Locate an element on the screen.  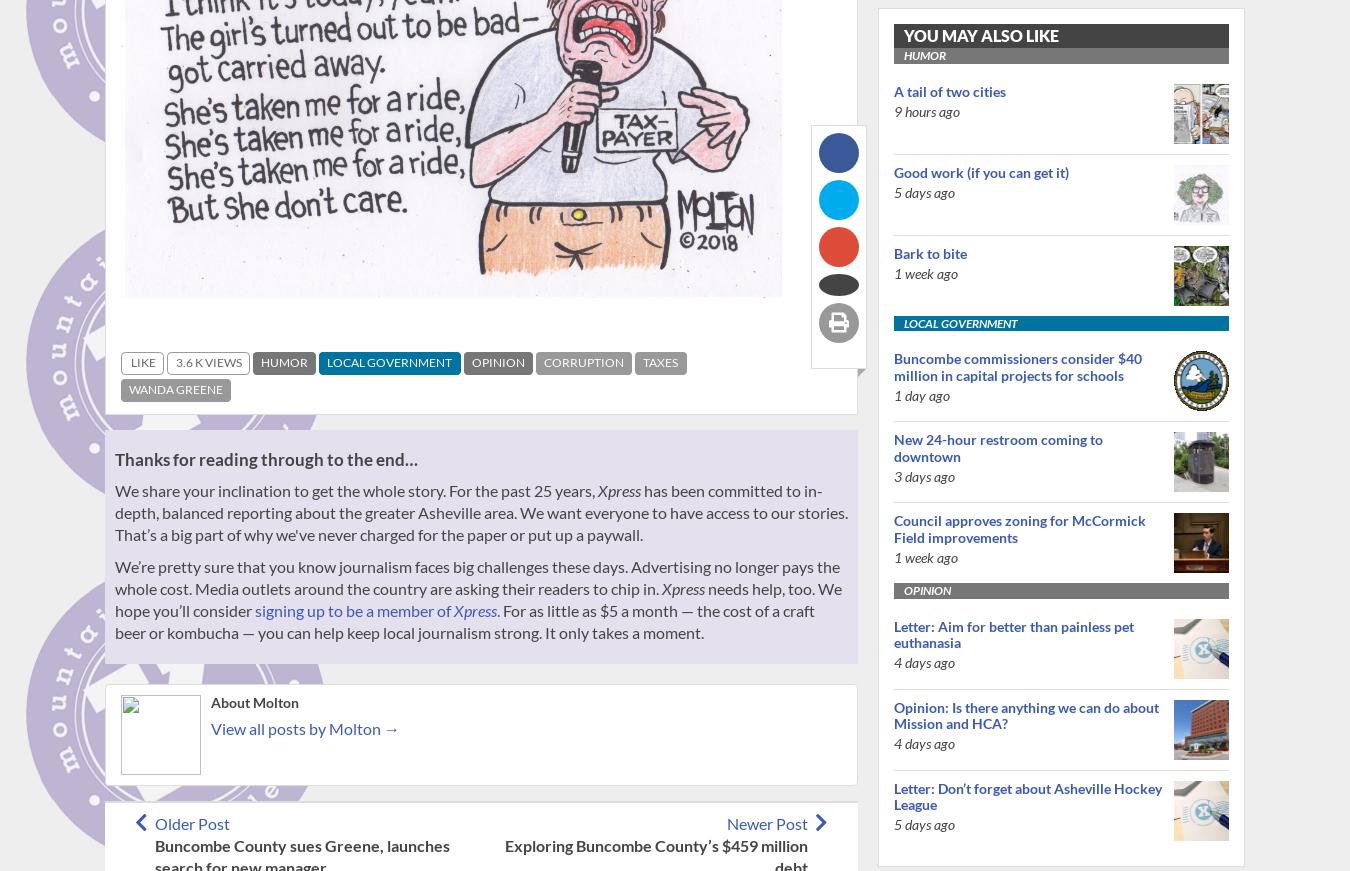
'Good work (if you can get it)' is located at coordinates (980, 171).